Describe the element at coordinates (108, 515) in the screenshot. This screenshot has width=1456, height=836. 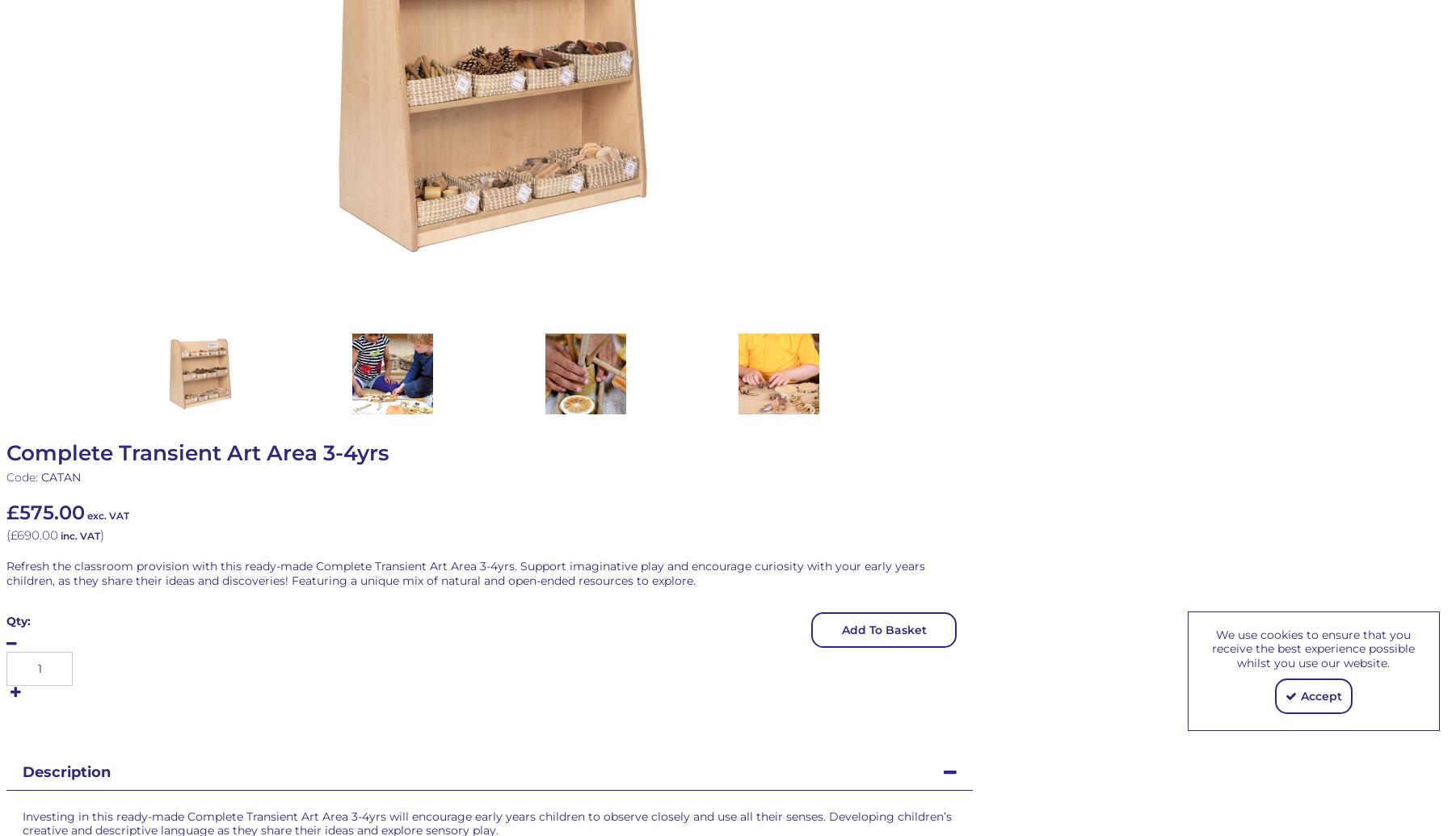
I see `'exc. VAT'` at that location.